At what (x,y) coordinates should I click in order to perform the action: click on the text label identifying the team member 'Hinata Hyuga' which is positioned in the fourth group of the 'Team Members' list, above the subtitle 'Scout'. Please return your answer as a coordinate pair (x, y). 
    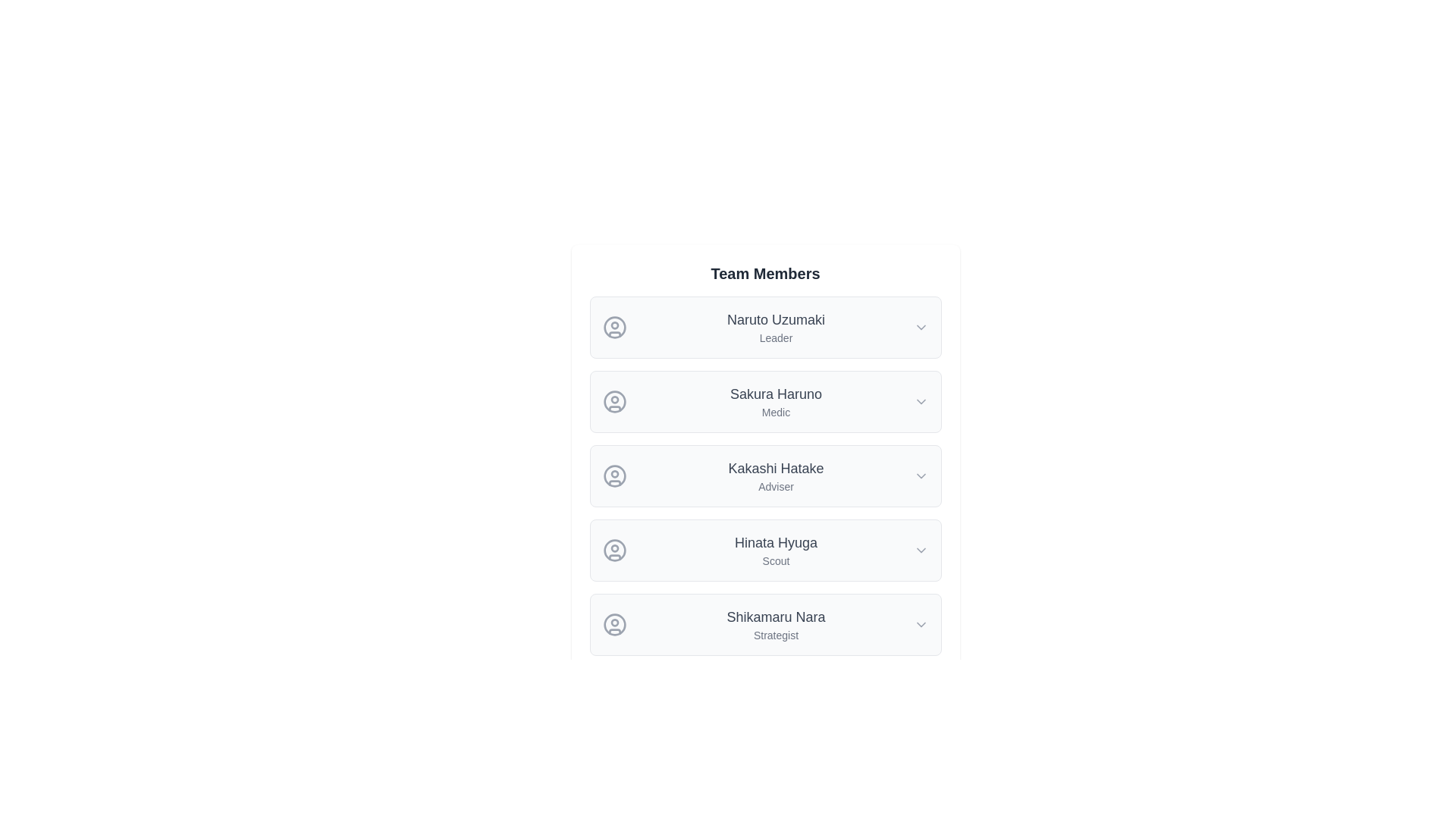
    Looking at the image, I should click on (776, 542).